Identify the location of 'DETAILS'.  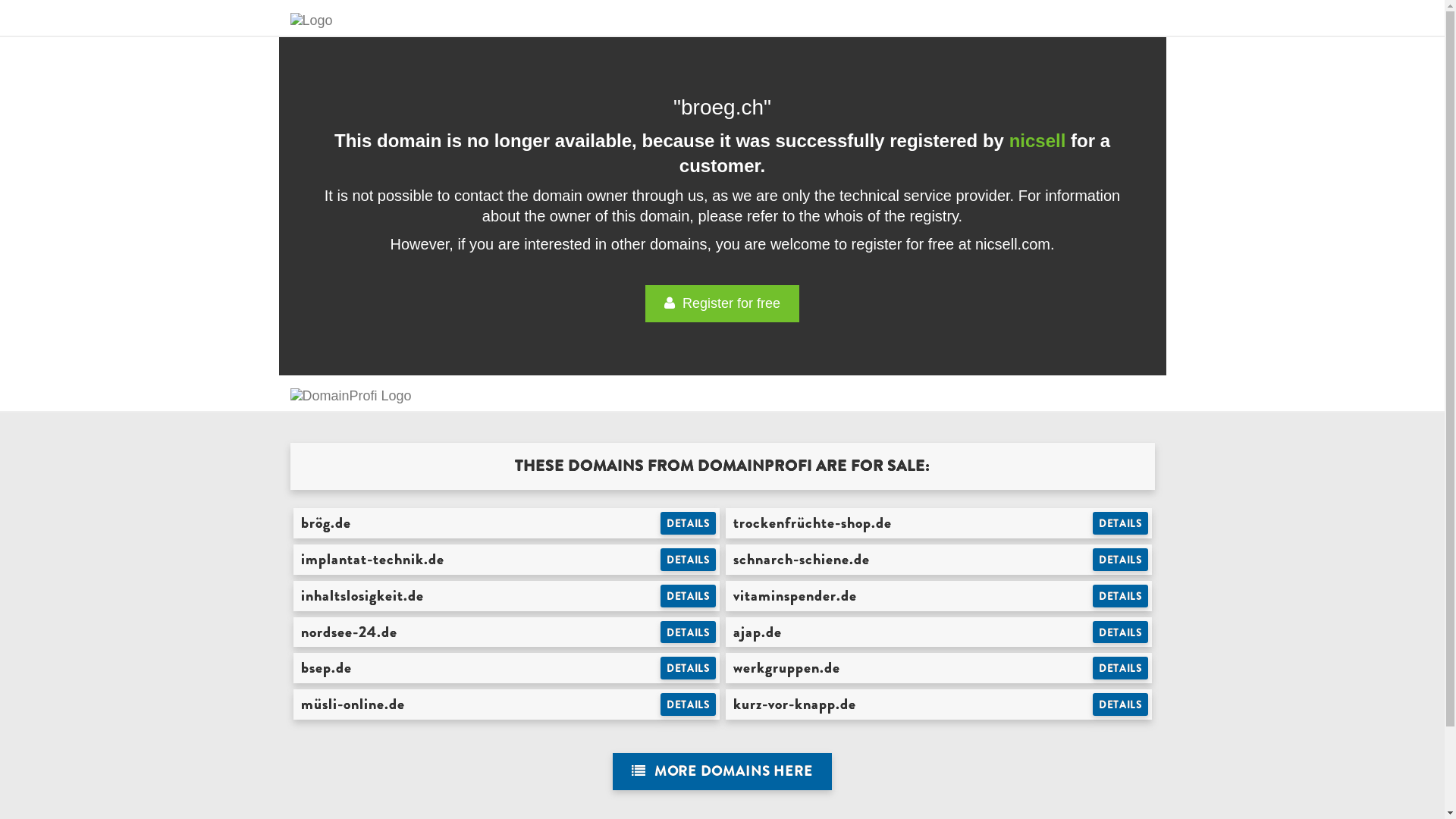
(687, 667).